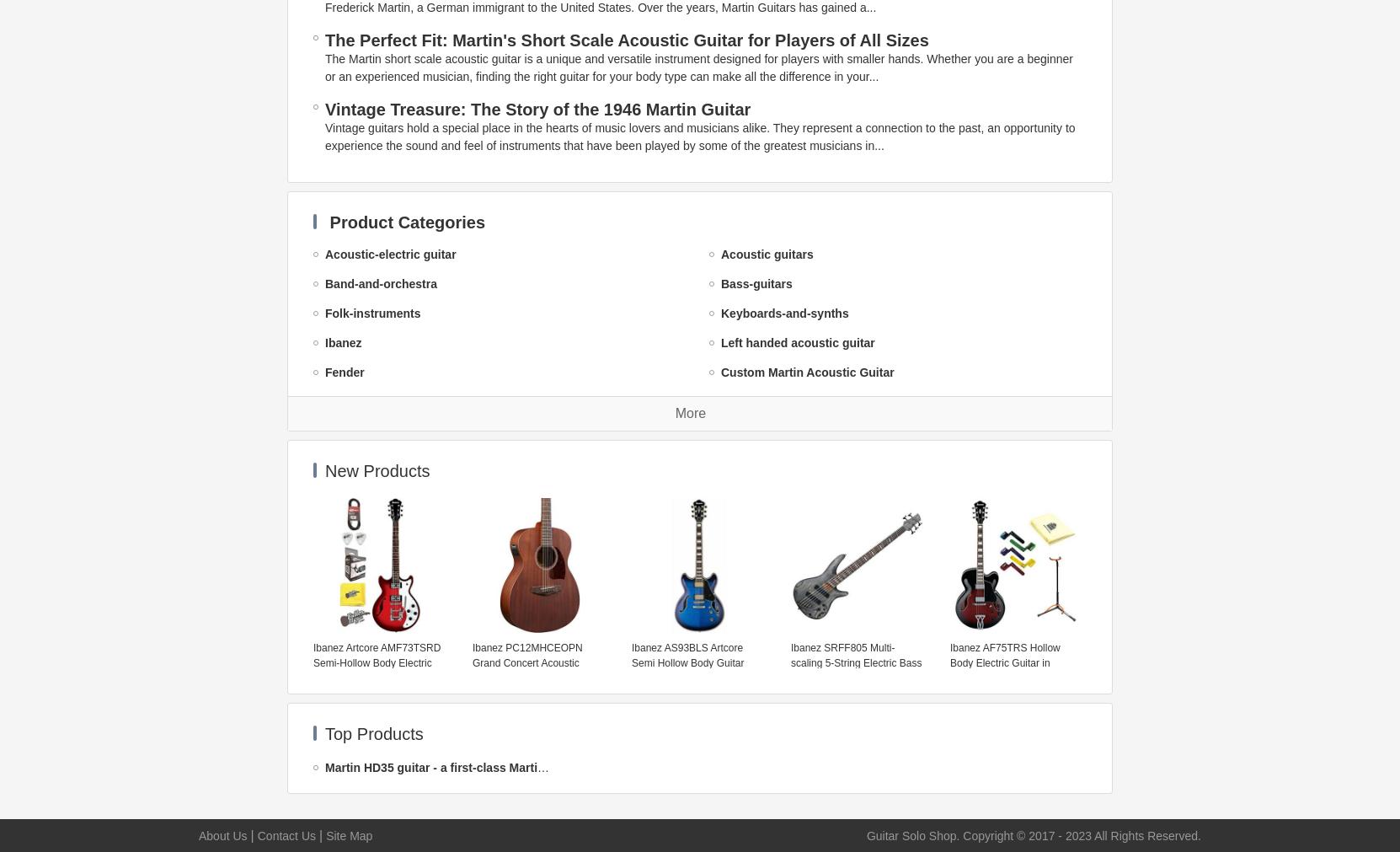 This screenshot has width=1400, height=852. Describe the element at coordinates (324, 372) in the screenshot. I see `'Fender'` at that location.